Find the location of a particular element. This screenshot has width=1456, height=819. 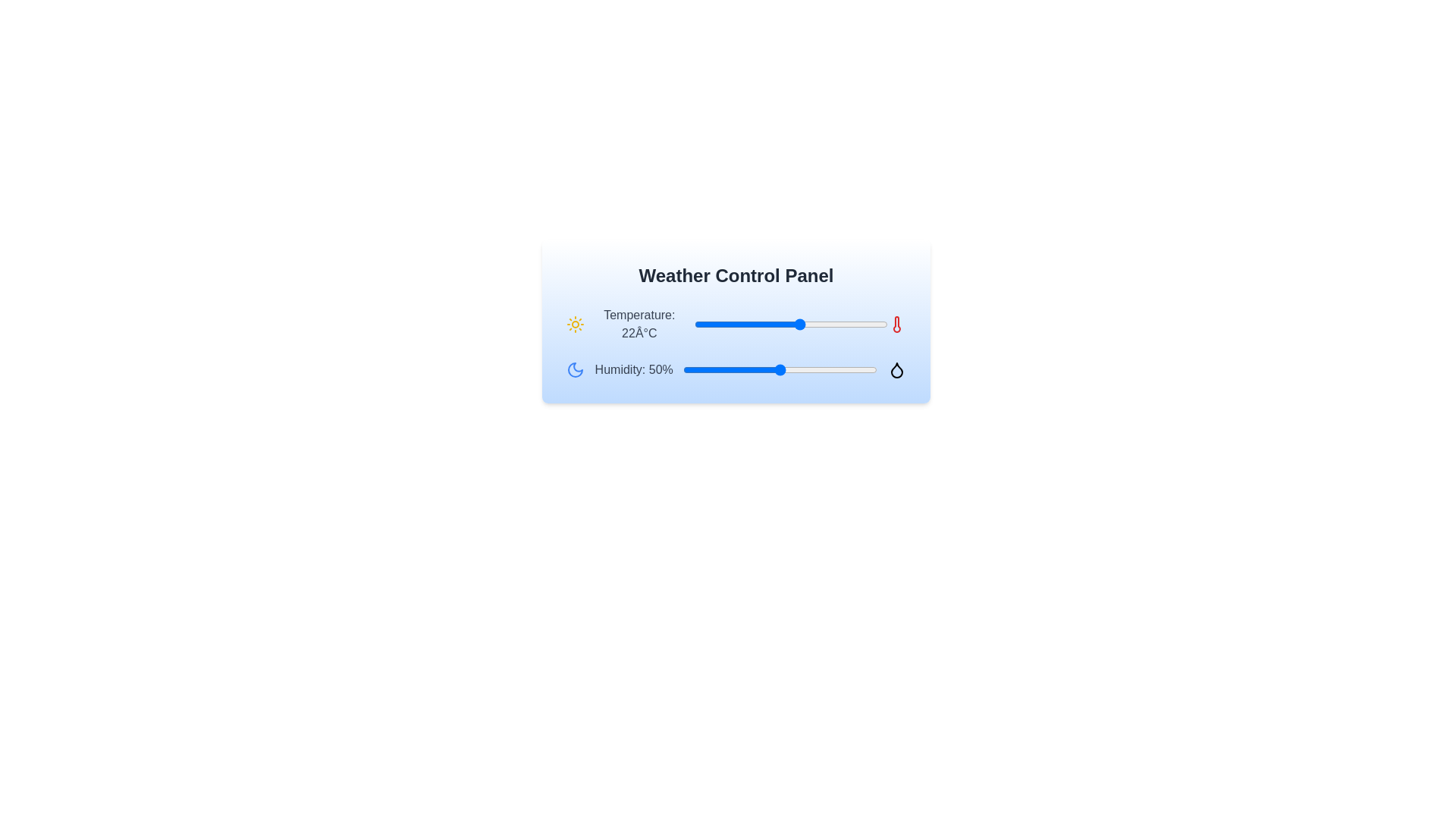

the temperature slider to set the temperature to 35°C is located at coordinates (864, 324).